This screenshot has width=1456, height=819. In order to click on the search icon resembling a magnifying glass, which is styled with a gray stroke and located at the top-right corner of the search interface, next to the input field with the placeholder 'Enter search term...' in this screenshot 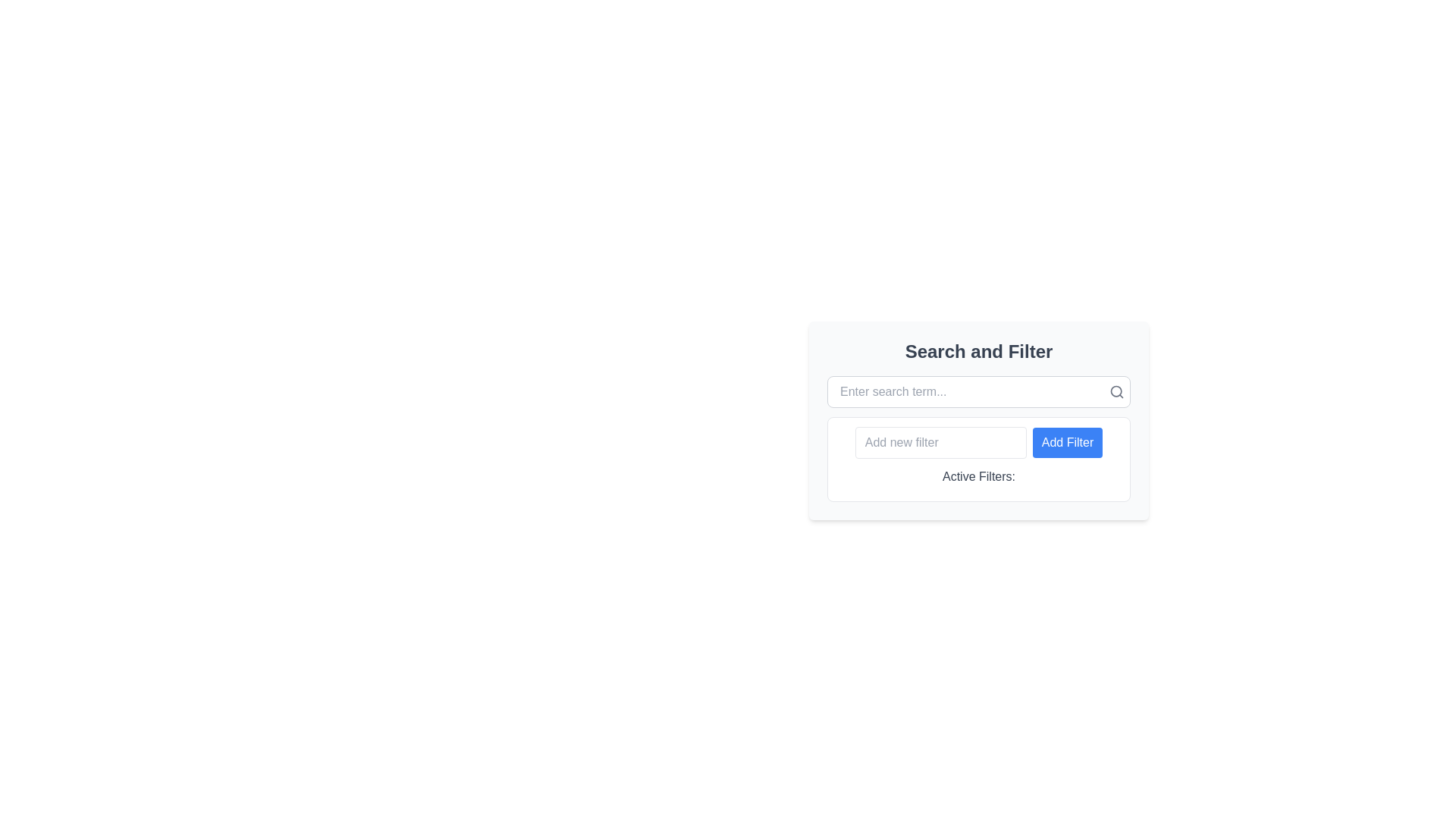, I will do `click(1117, 391)`.